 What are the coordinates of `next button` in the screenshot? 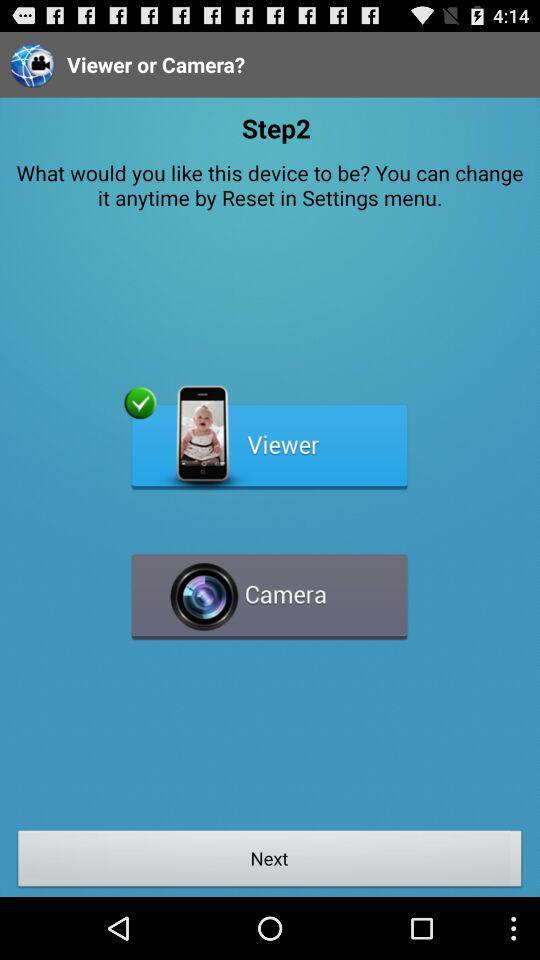 It's located at (270, 860).